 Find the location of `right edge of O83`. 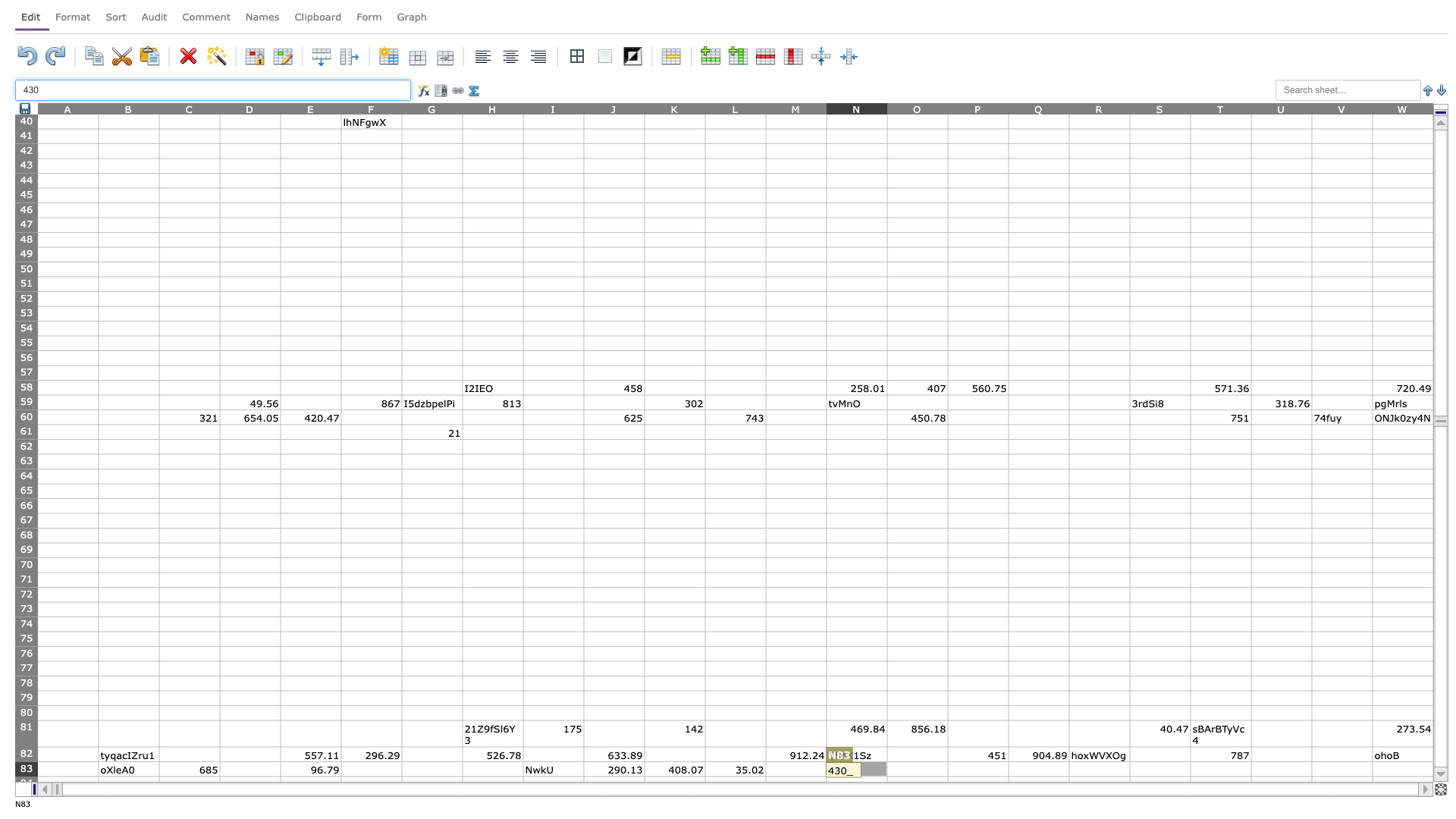

right edge of O83 is located at coordinates (946, 769).